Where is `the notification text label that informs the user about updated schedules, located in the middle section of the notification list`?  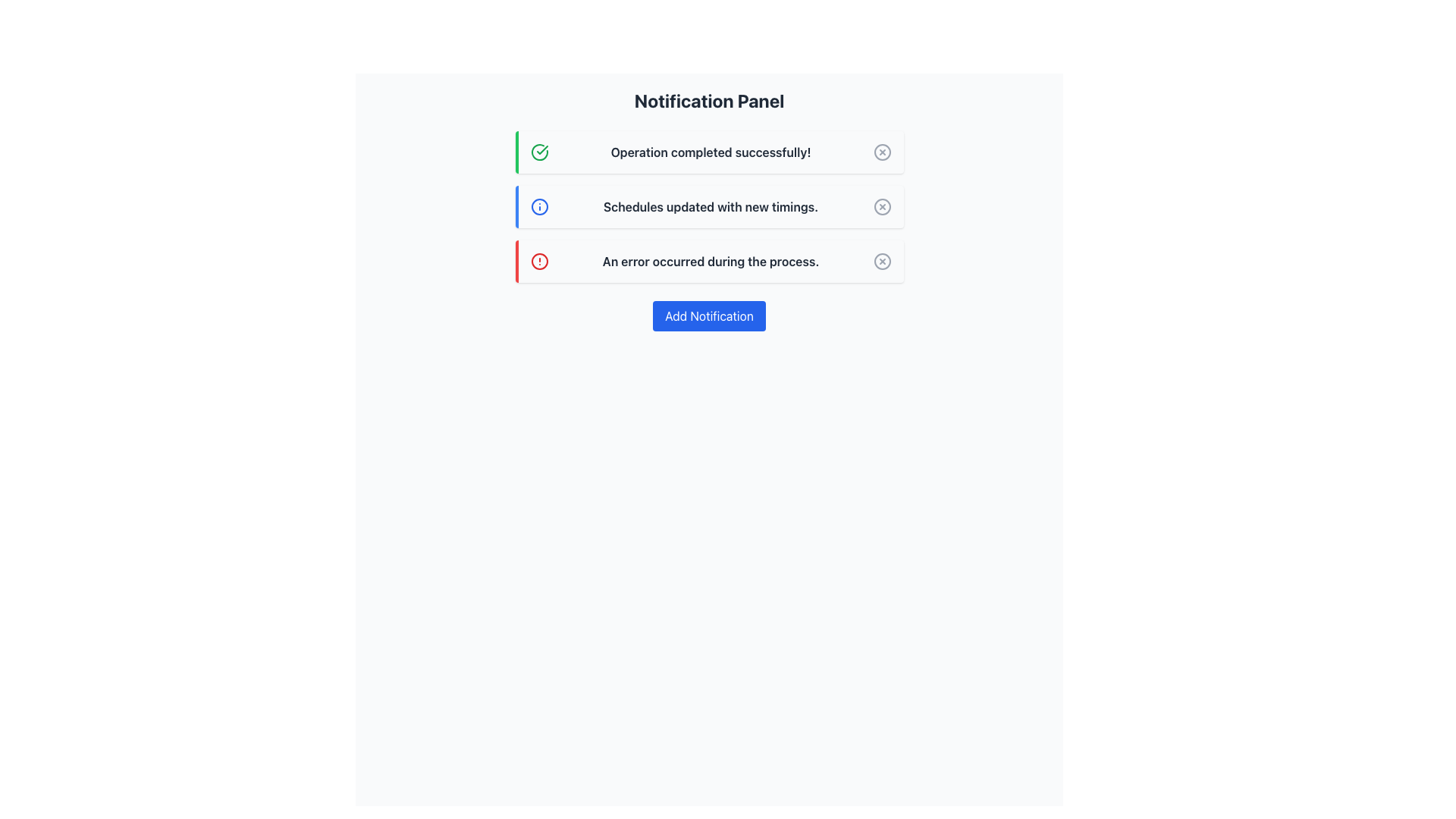
the notification text label that informs the user about updated schedules, located in the middle section of the notification list is located at coordinates (710, 207).